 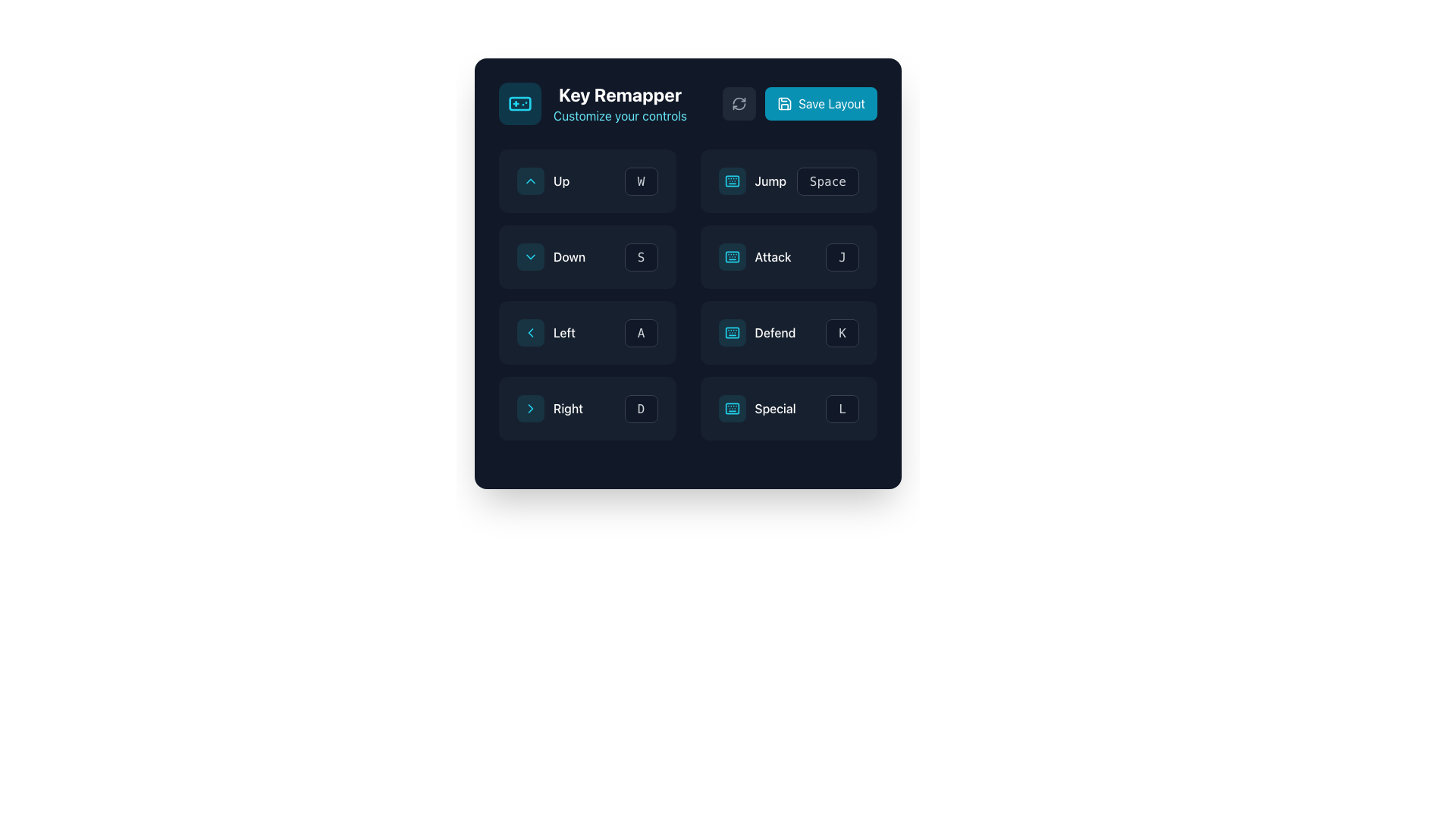 I want to click on the Interactive button with an icon located to the left of the 'Save Layout' button in the upper-right corner of the 'Key Remapper' interface, so click(x=739, y=103).